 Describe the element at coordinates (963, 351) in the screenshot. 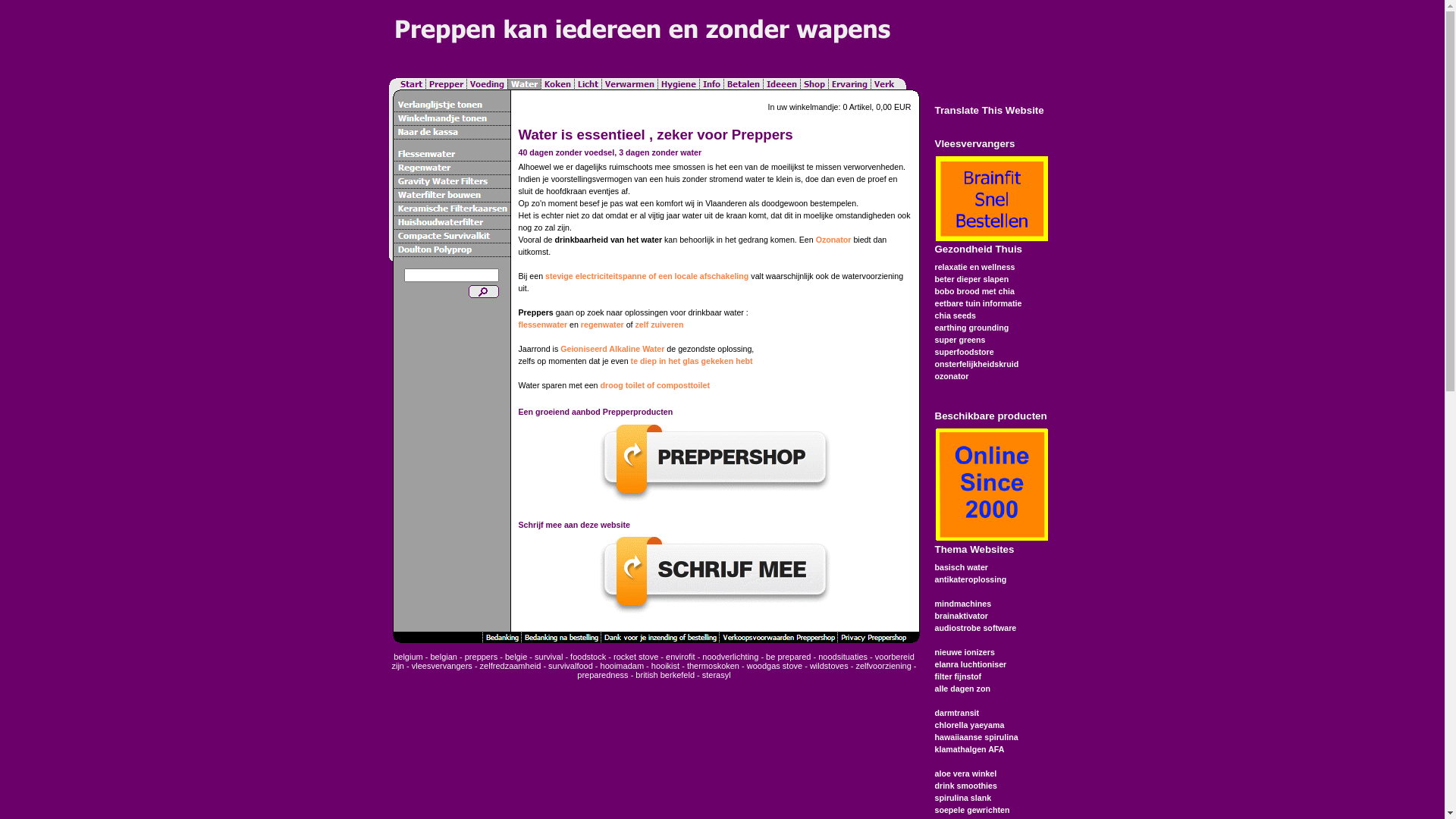

I see `'superfoodstore'` at that location.